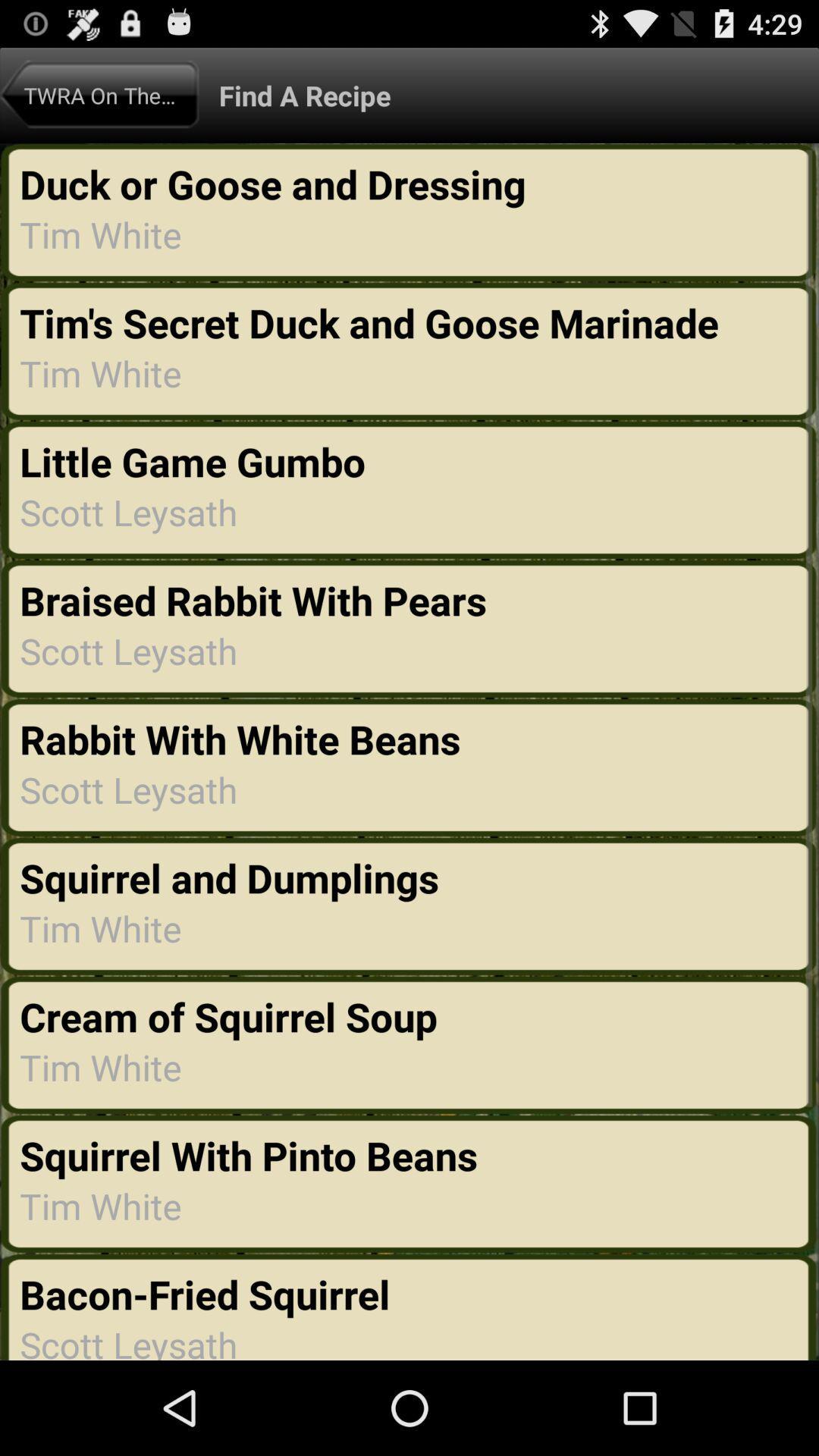 Image resolution: width=819 pixels, height=1456 pixels. I want to click on the little game gumbo  item, so click(196, 460).